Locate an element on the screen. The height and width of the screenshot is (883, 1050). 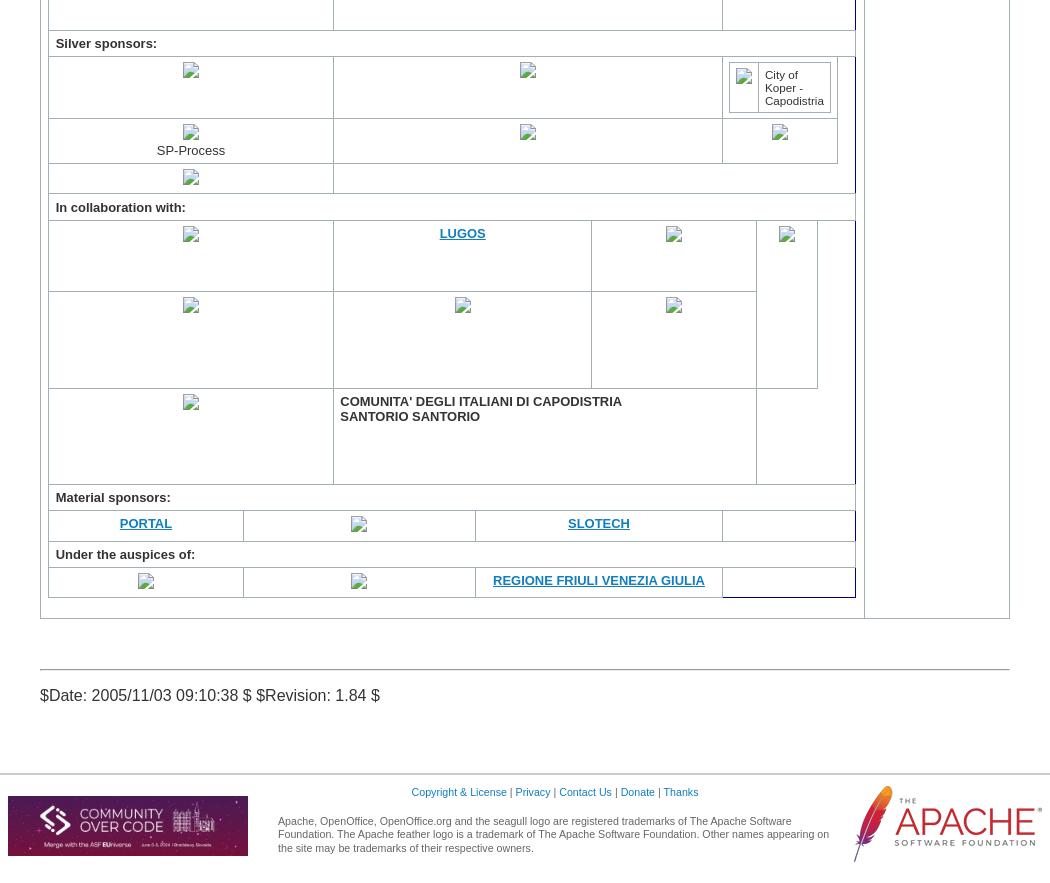
'Copyright & License' is located at coordinates (458, 790).